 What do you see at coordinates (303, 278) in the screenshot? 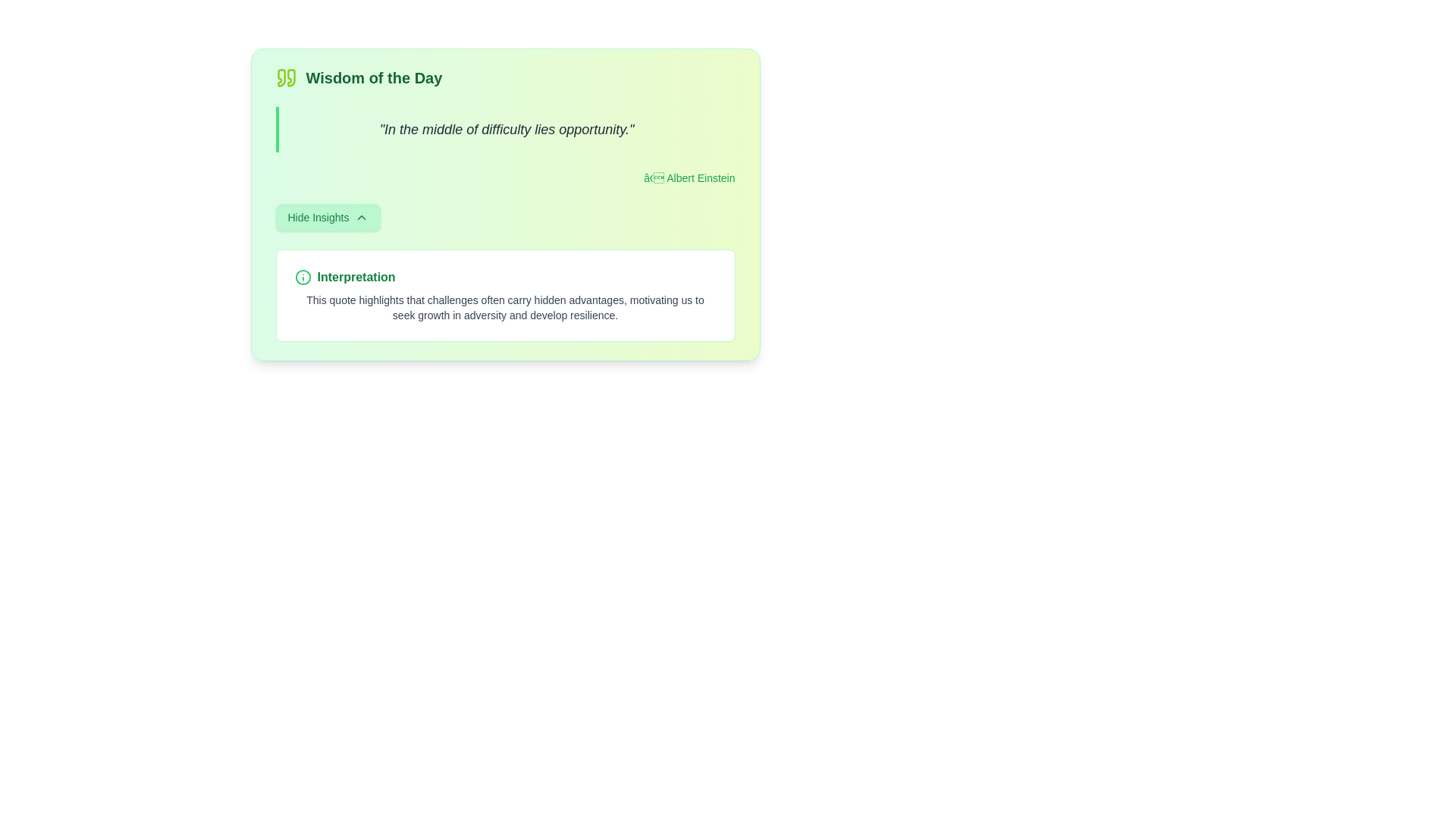
I see `the informational icon located to the immediate left of the bold green text label 'Interpretation', which is found within a white background sub-section below the 'Wisdom of the Day' header` at bounding box center [303, 278].